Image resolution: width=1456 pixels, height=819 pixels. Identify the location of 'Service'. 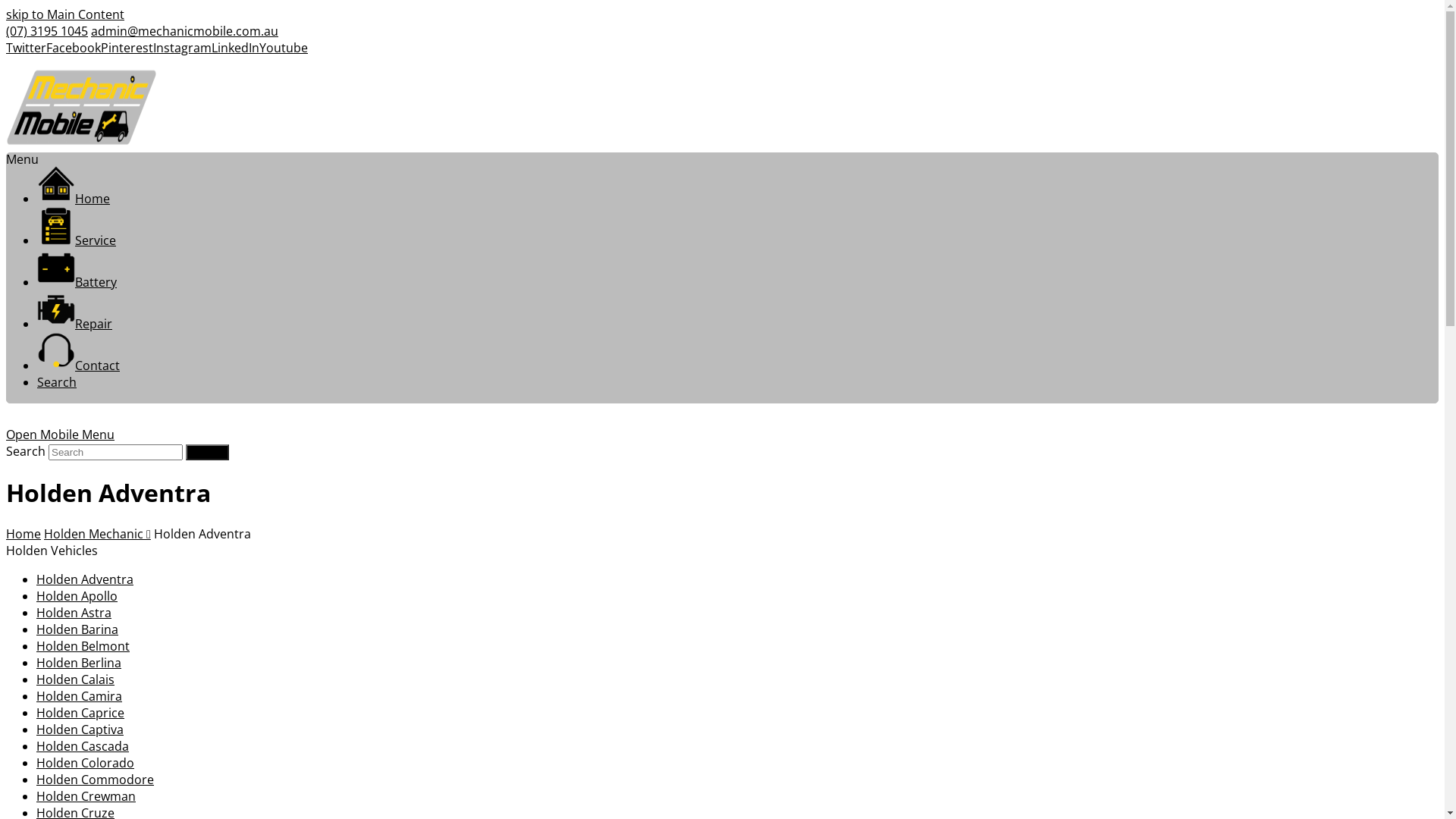
(75, 239).